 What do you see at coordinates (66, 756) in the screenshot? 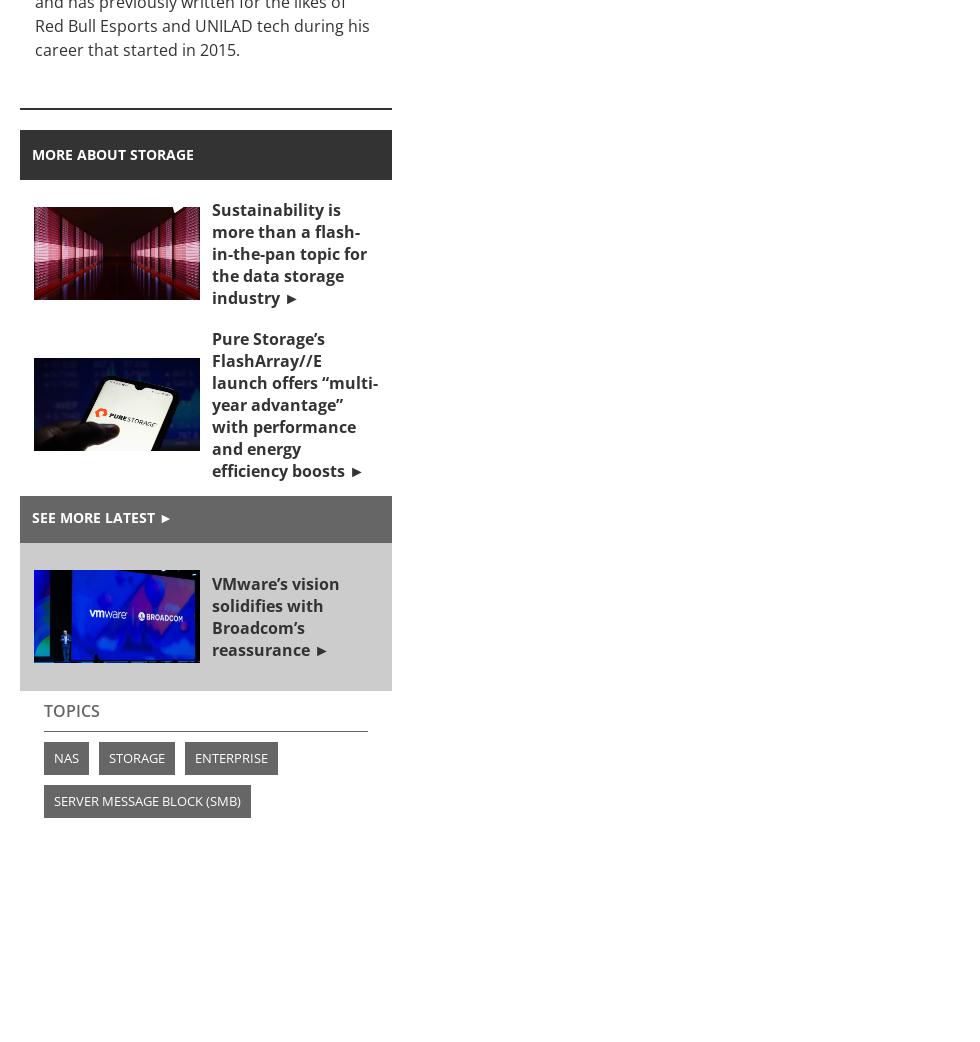
I see `'NAS'` at bounding box center [66, 756].